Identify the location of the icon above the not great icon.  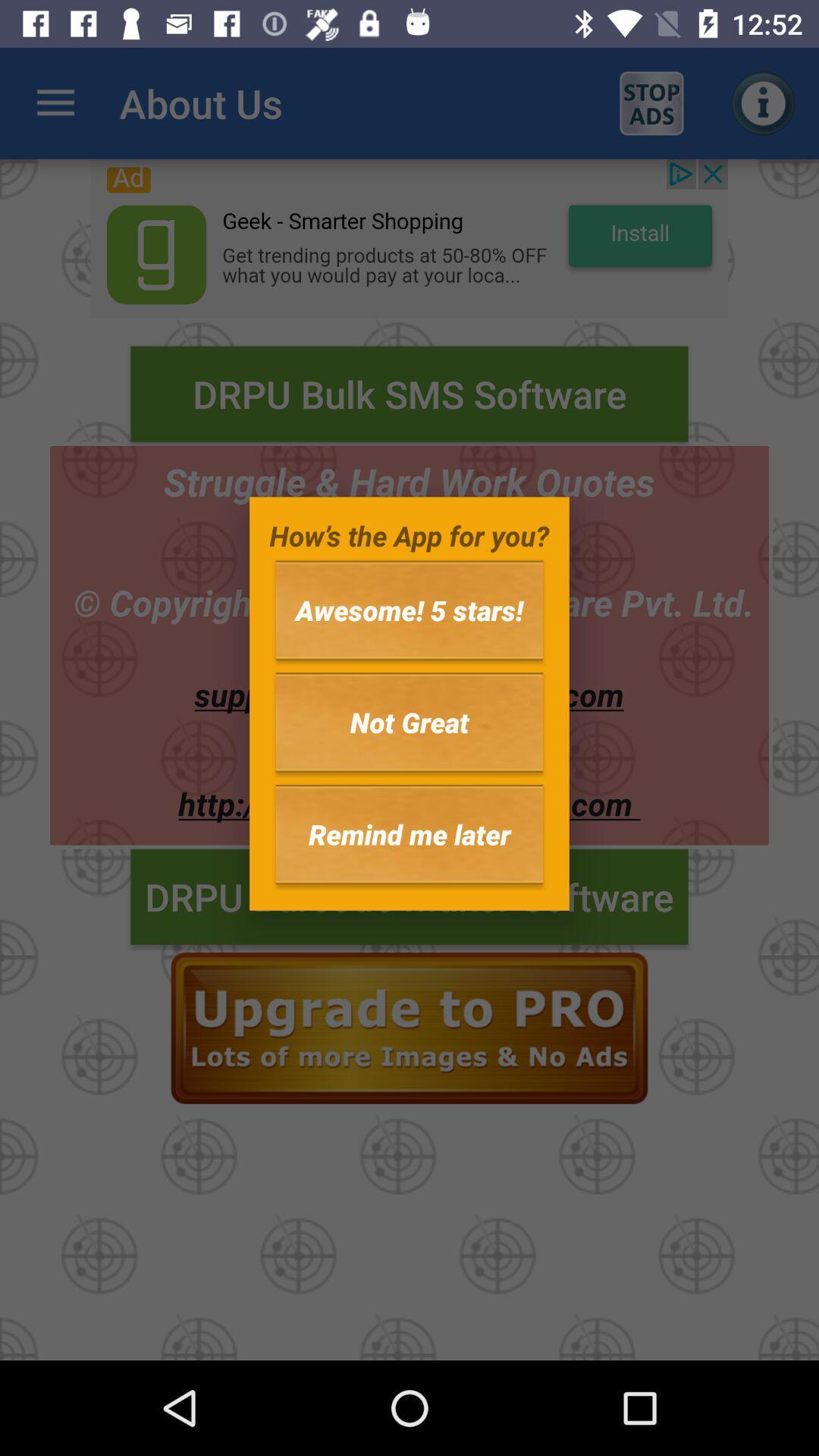
(409, 610).